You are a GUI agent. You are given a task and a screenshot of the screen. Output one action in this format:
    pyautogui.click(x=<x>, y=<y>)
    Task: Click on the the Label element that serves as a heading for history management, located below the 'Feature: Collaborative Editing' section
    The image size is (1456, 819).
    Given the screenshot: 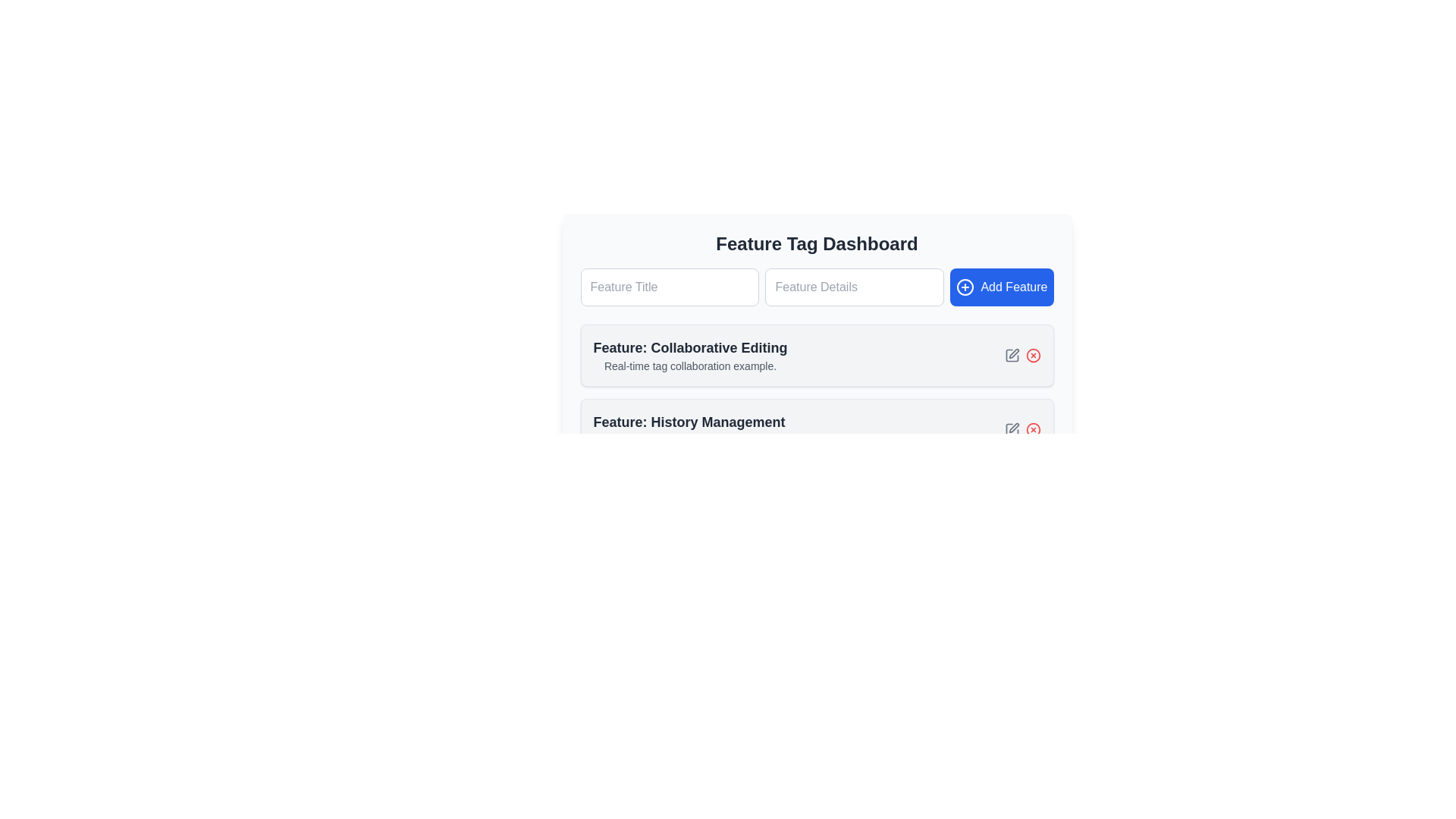 What is the action you would take?
    pyautogui.click(x=689, y=422)
    